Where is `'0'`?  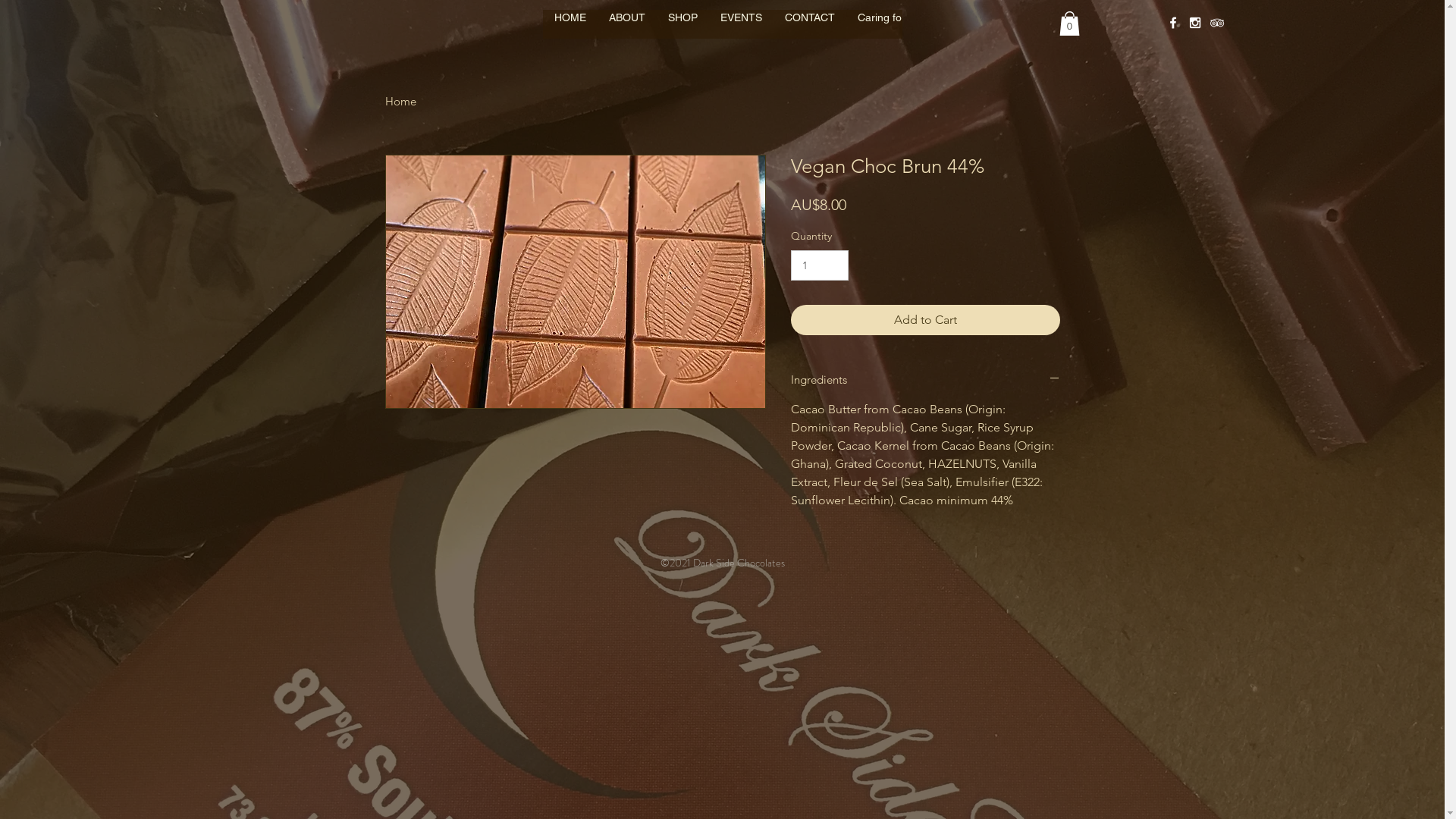 '0' is located at coordinates (1068, 23).